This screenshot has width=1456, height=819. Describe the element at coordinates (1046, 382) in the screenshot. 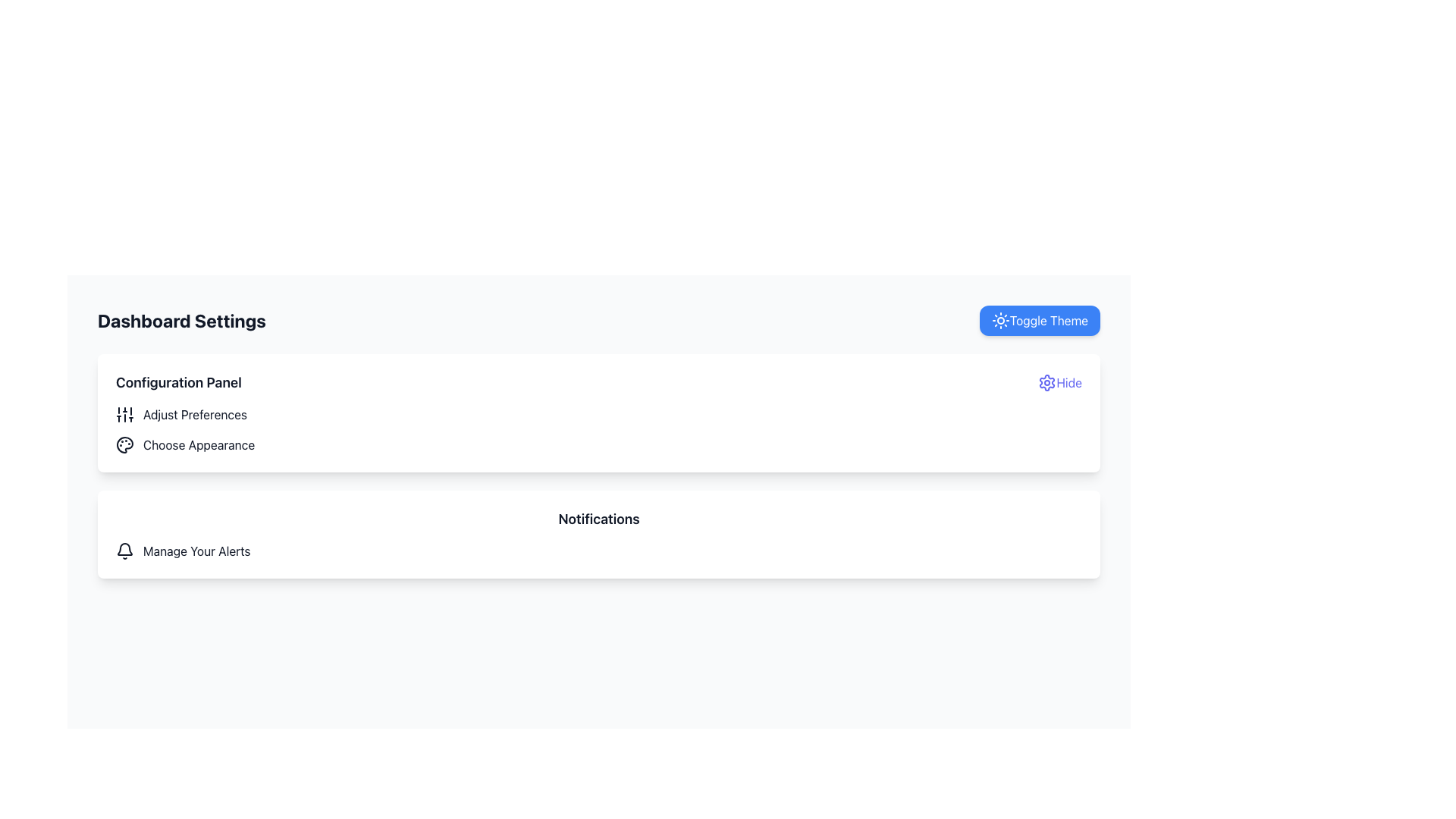

I see `the gear-shaped icon in the top right corner of the interface, which is part of a group containing a gear-shaped icon and a central circle, intended` at that location.